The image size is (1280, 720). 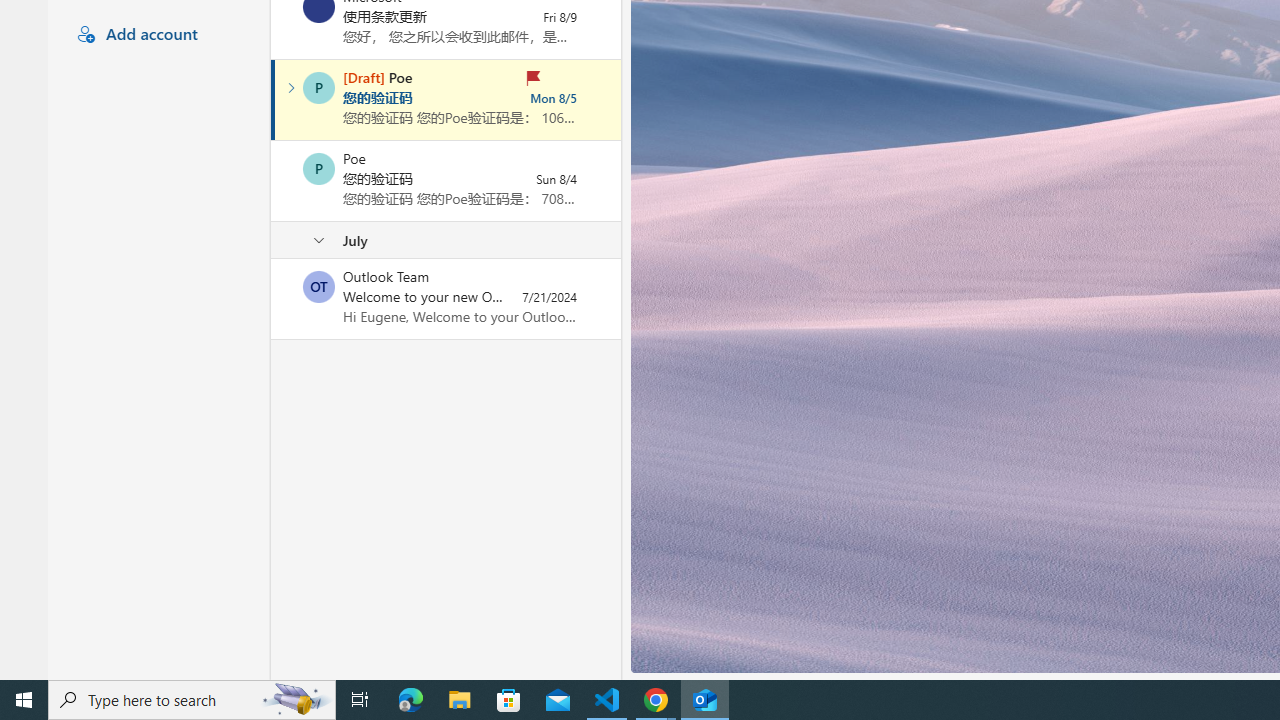 I want to click on 'Outlook Team', so click(x=318, y=286).